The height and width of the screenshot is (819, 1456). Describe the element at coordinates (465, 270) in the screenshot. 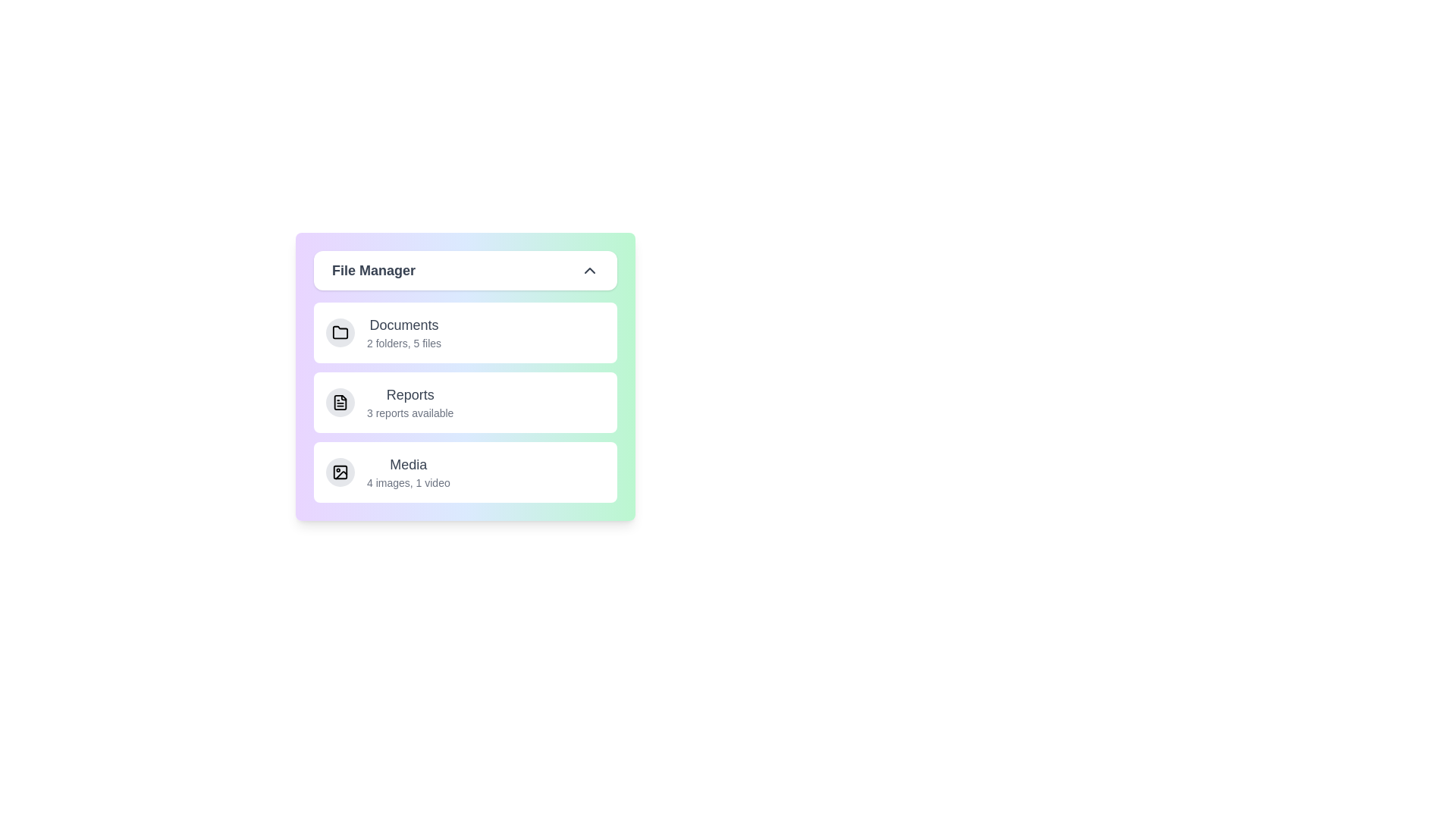

I see `the 'File Manager' button to toggle the menu visibility` at that location.